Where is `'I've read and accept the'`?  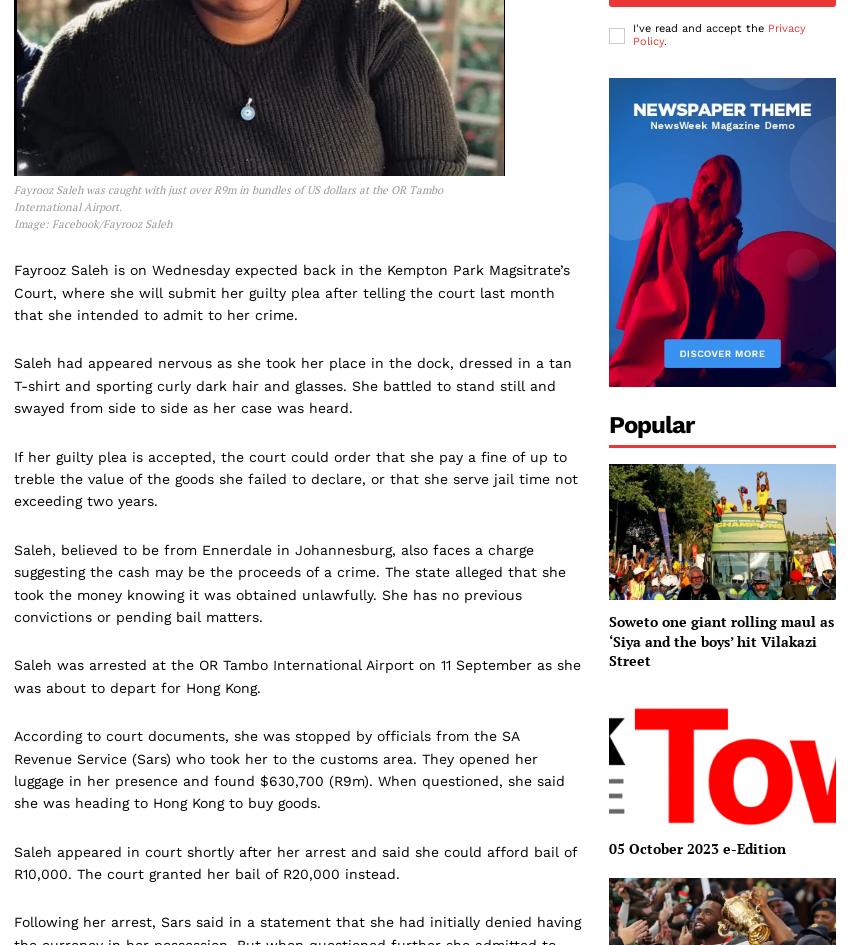
'I've read and accept the' is located at coordinates (631, 27).